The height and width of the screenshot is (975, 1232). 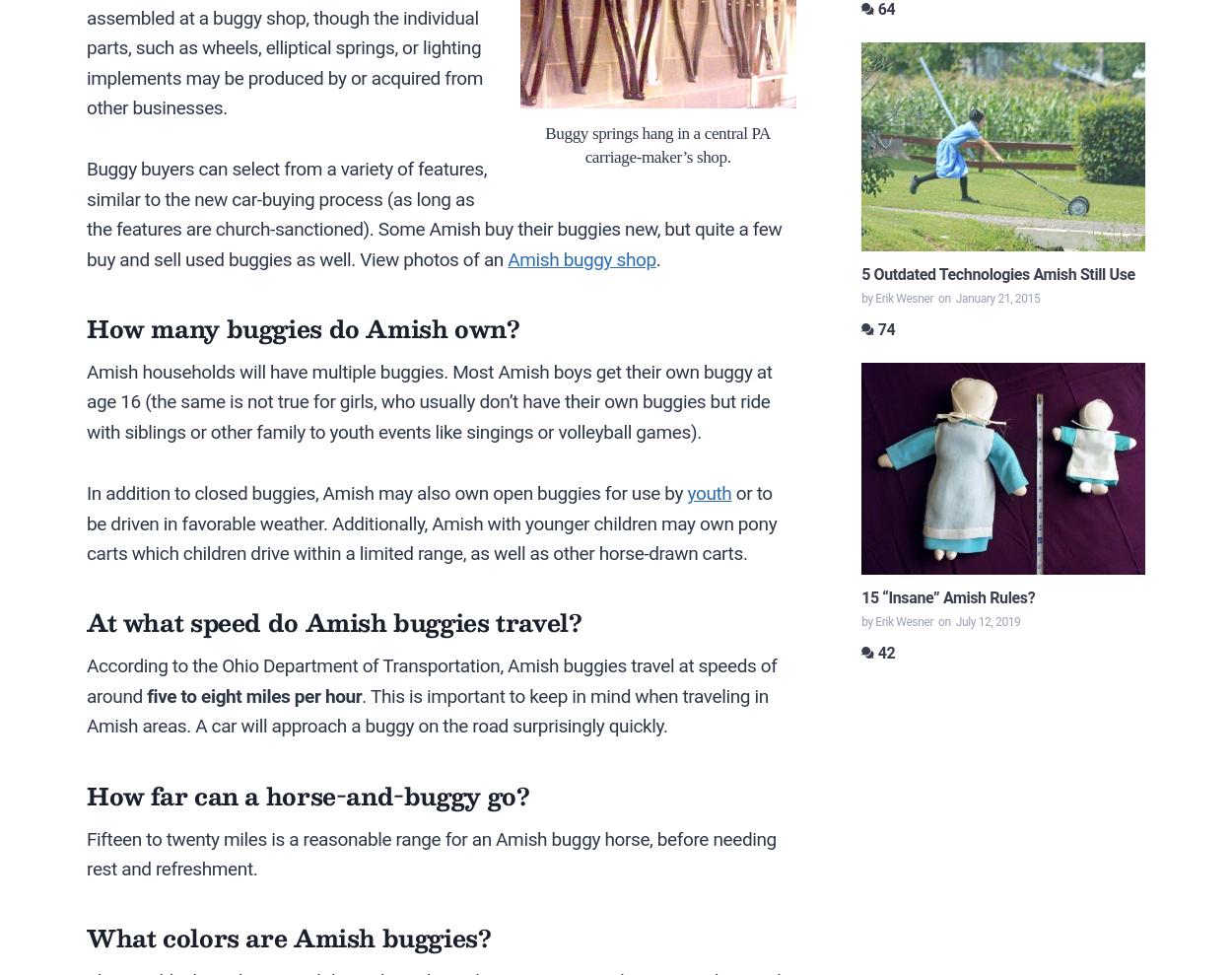 I want to click on 'What colors are Amish buggies?', so click(x=86, y=938).